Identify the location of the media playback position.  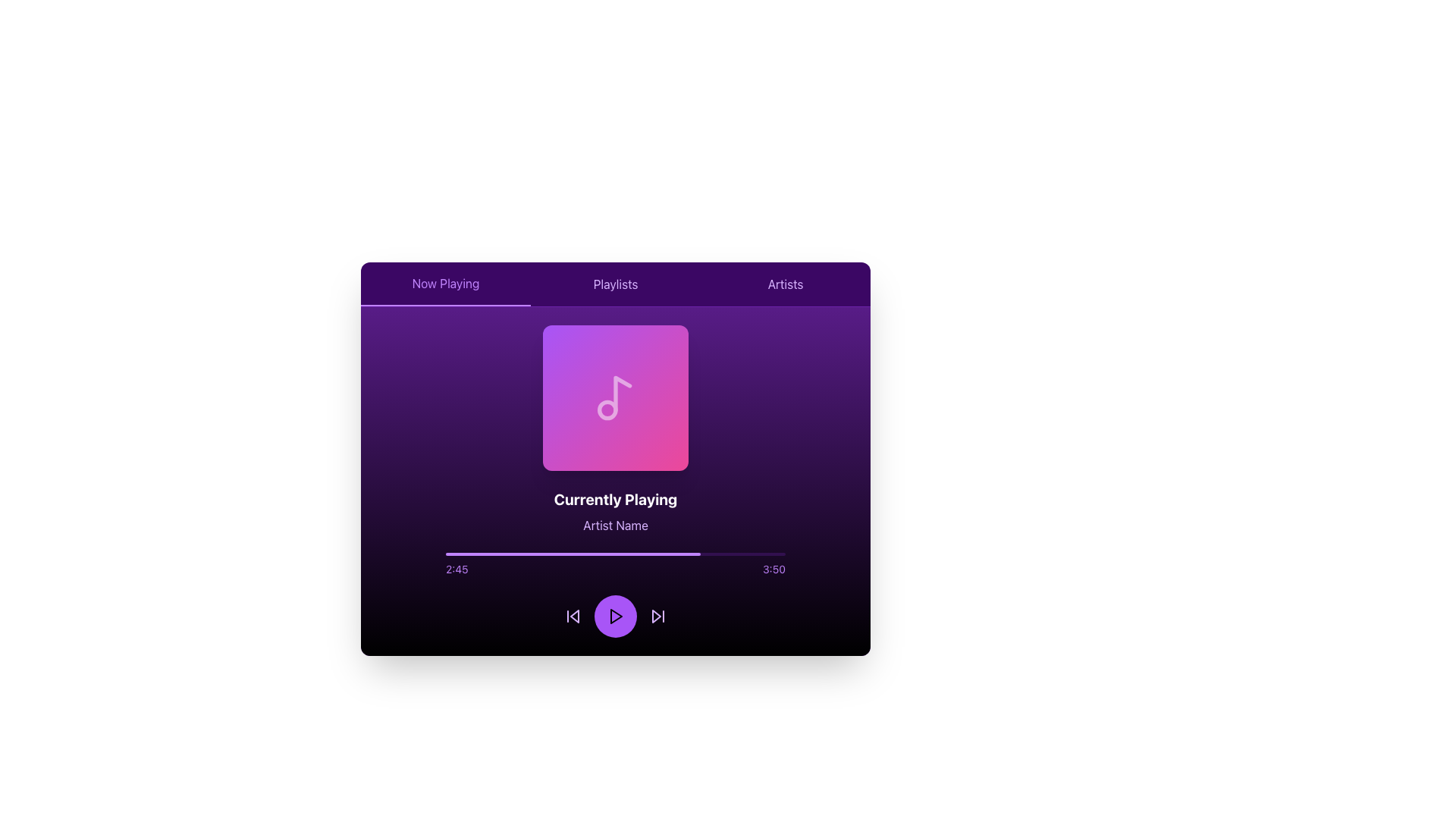
(689, 554).